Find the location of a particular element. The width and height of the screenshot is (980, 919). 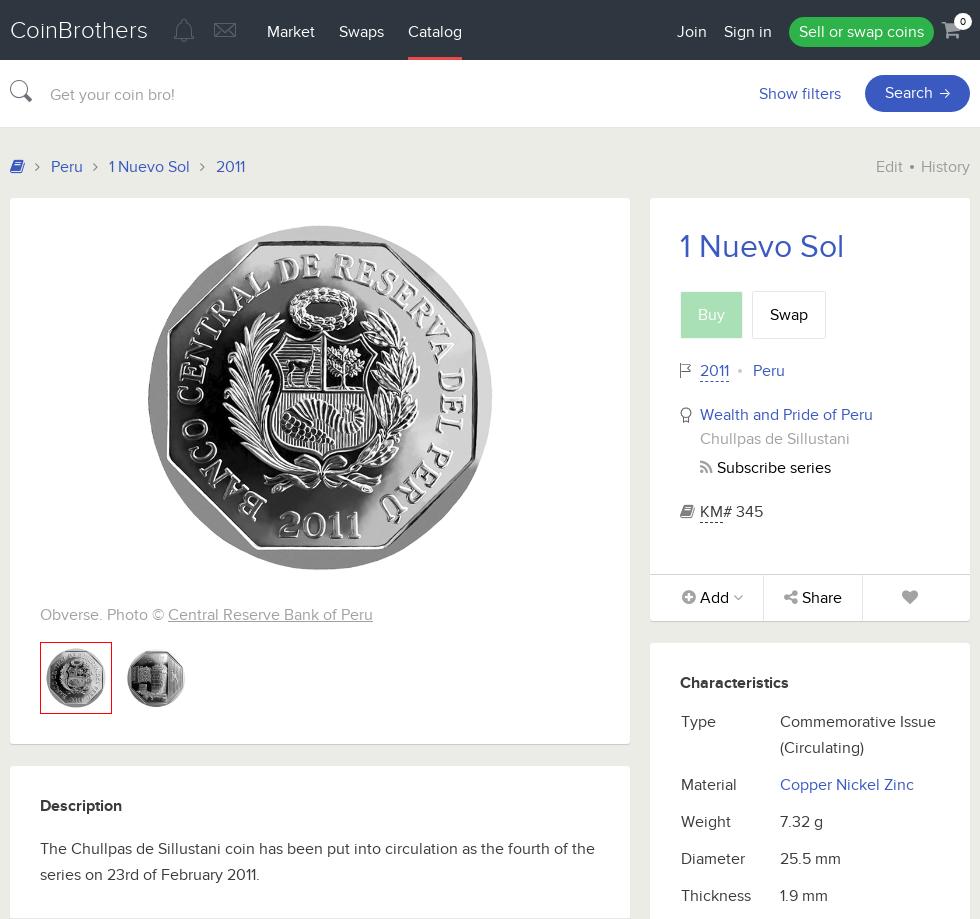

'Weight' is located at coordinates (681, 822).